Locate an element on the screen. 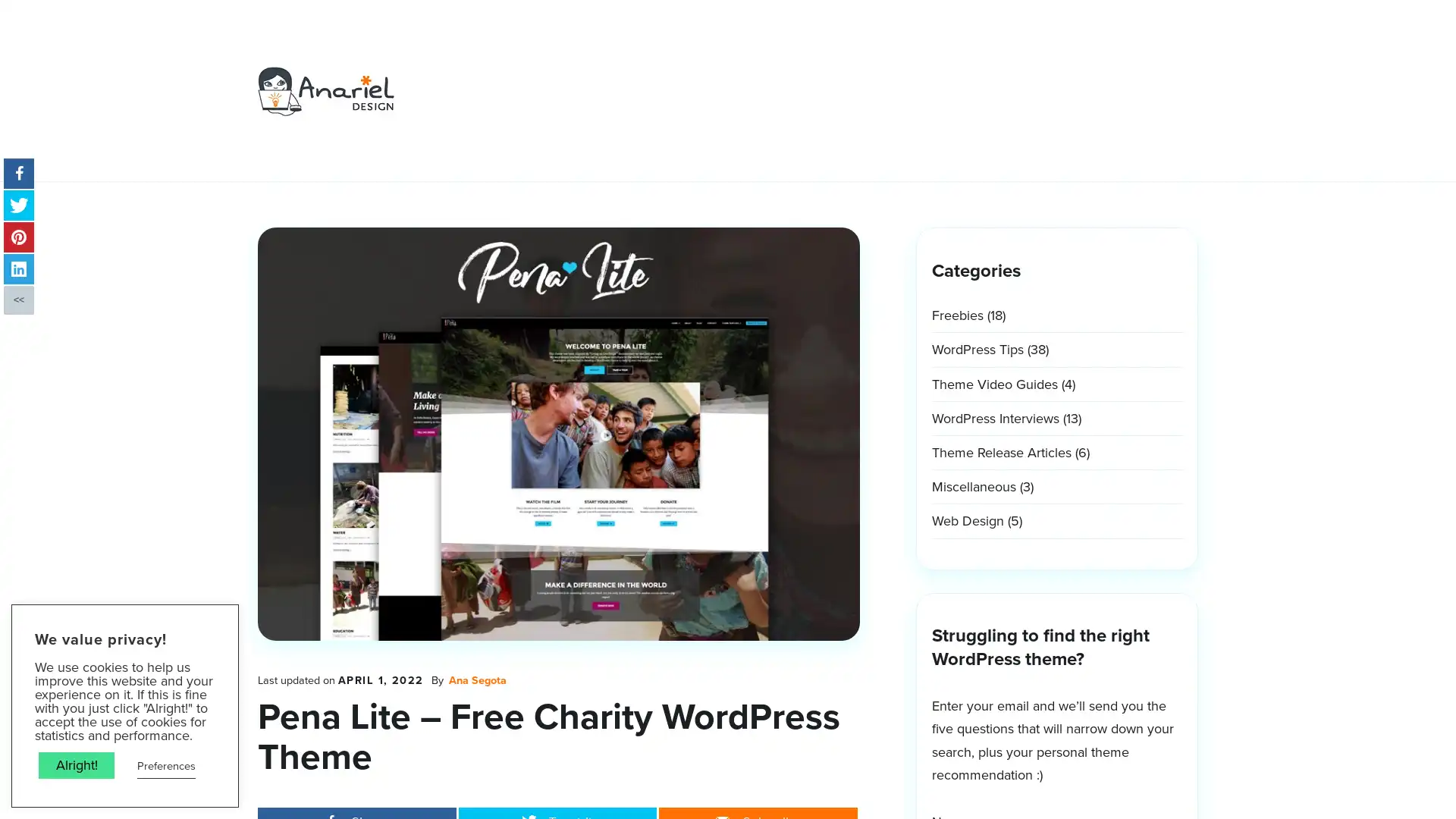  Open menu is located at coordinates (924, 57).